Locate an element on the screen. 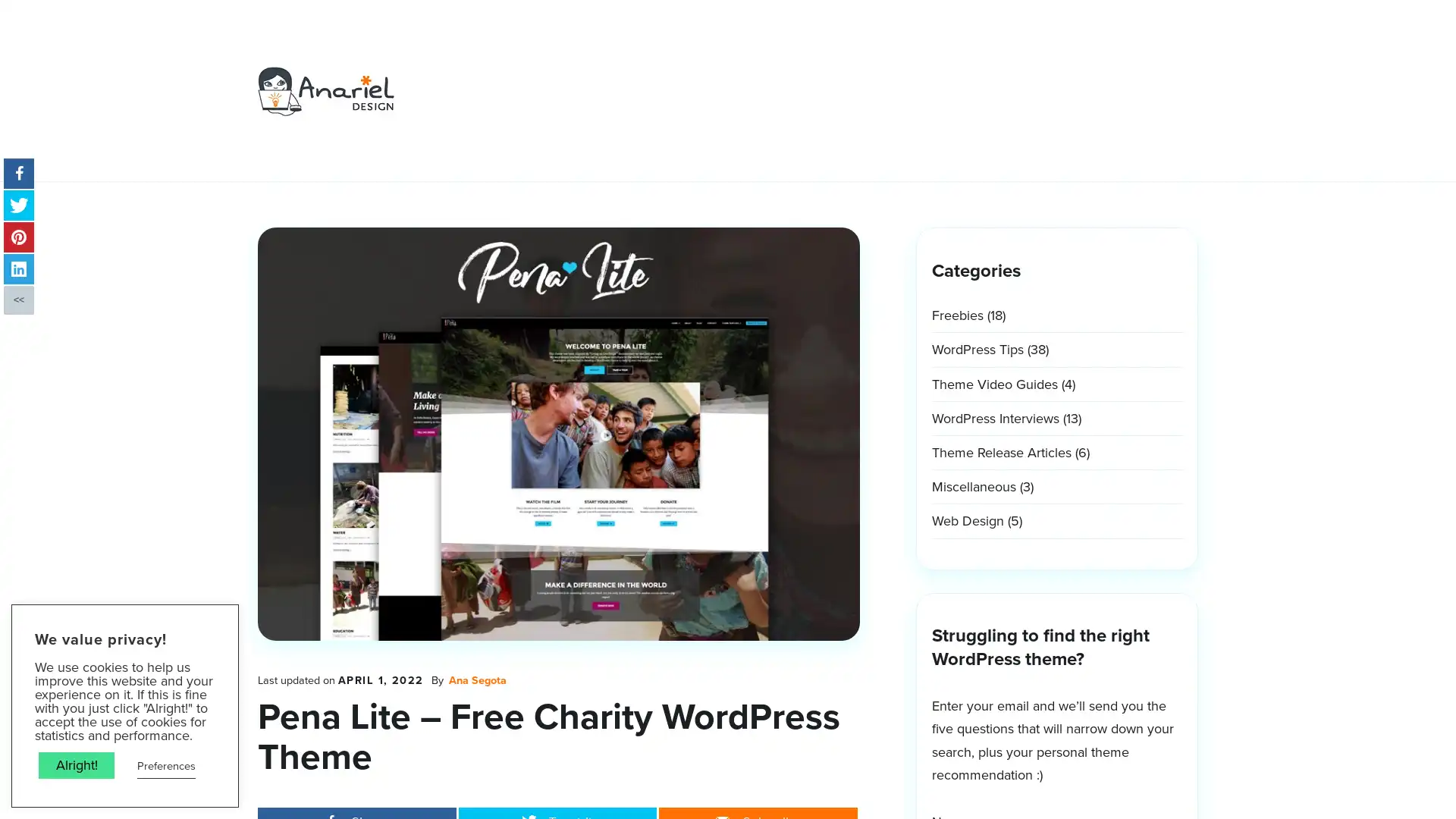  Open menu is located at coordinates (924, 57).